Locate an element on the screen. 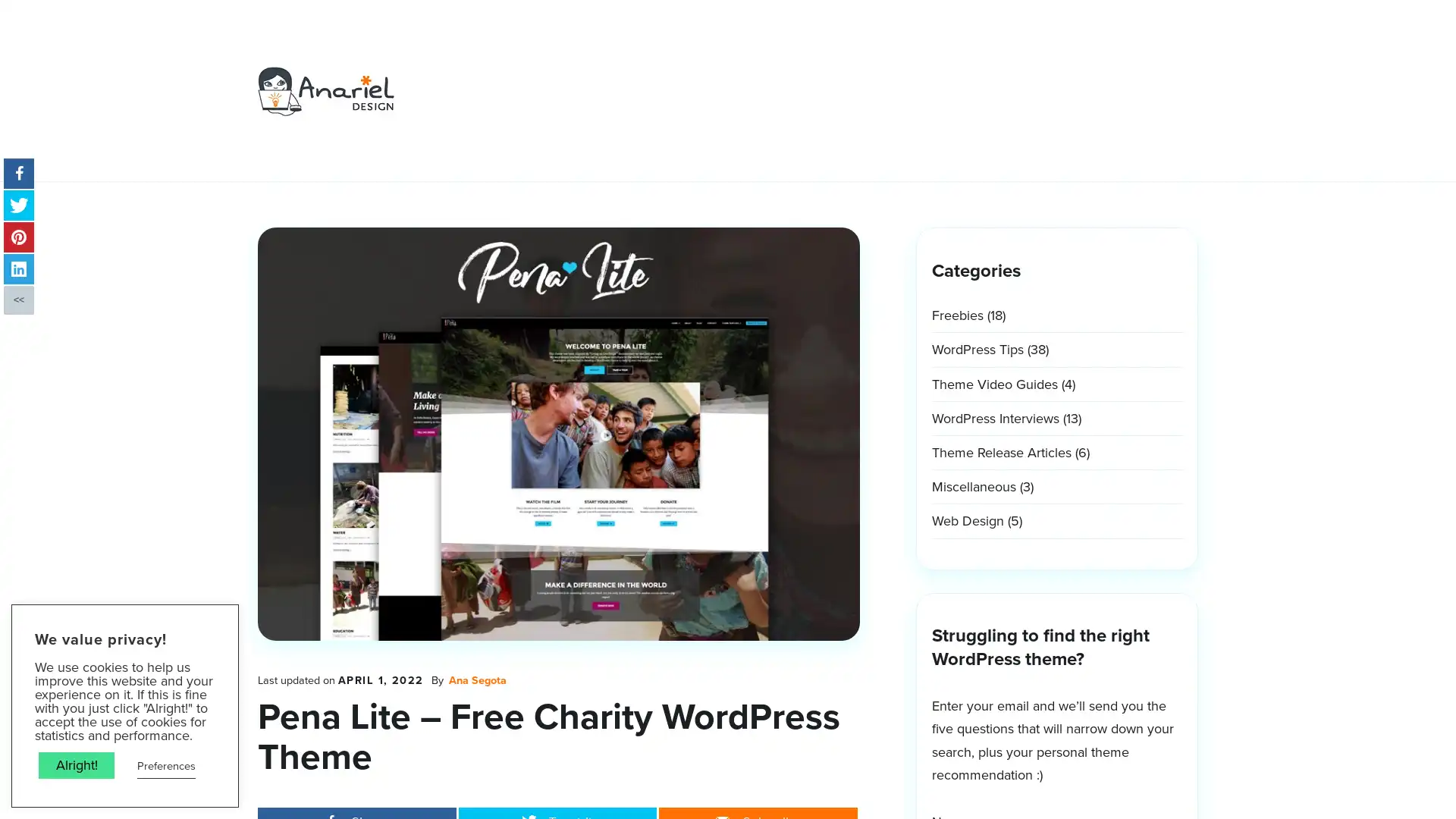  Open menu is located at coordinates (924, 57).